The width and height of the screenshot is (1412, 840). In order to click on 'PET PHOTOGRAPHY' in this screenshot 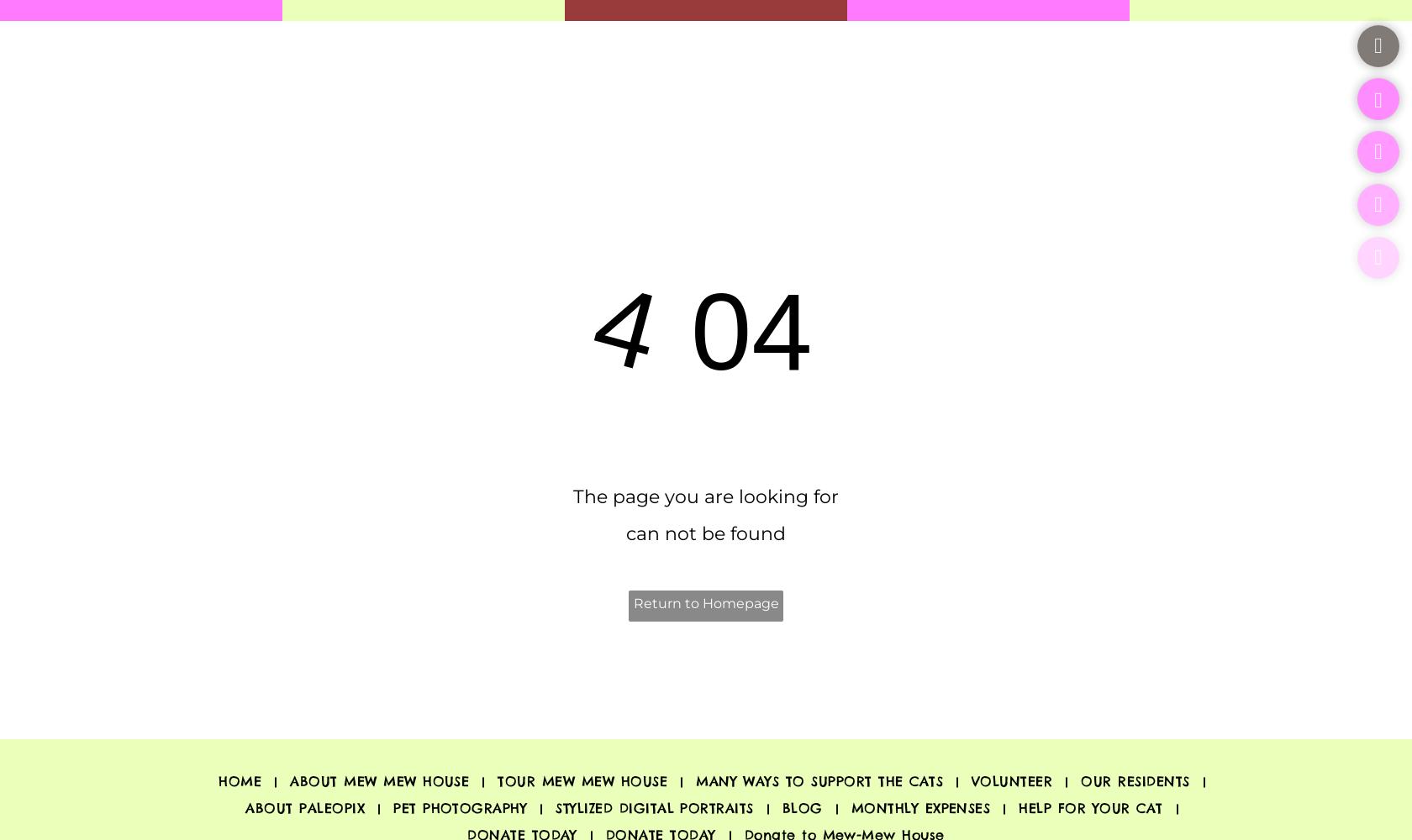, I will do `click(460, 806)`.